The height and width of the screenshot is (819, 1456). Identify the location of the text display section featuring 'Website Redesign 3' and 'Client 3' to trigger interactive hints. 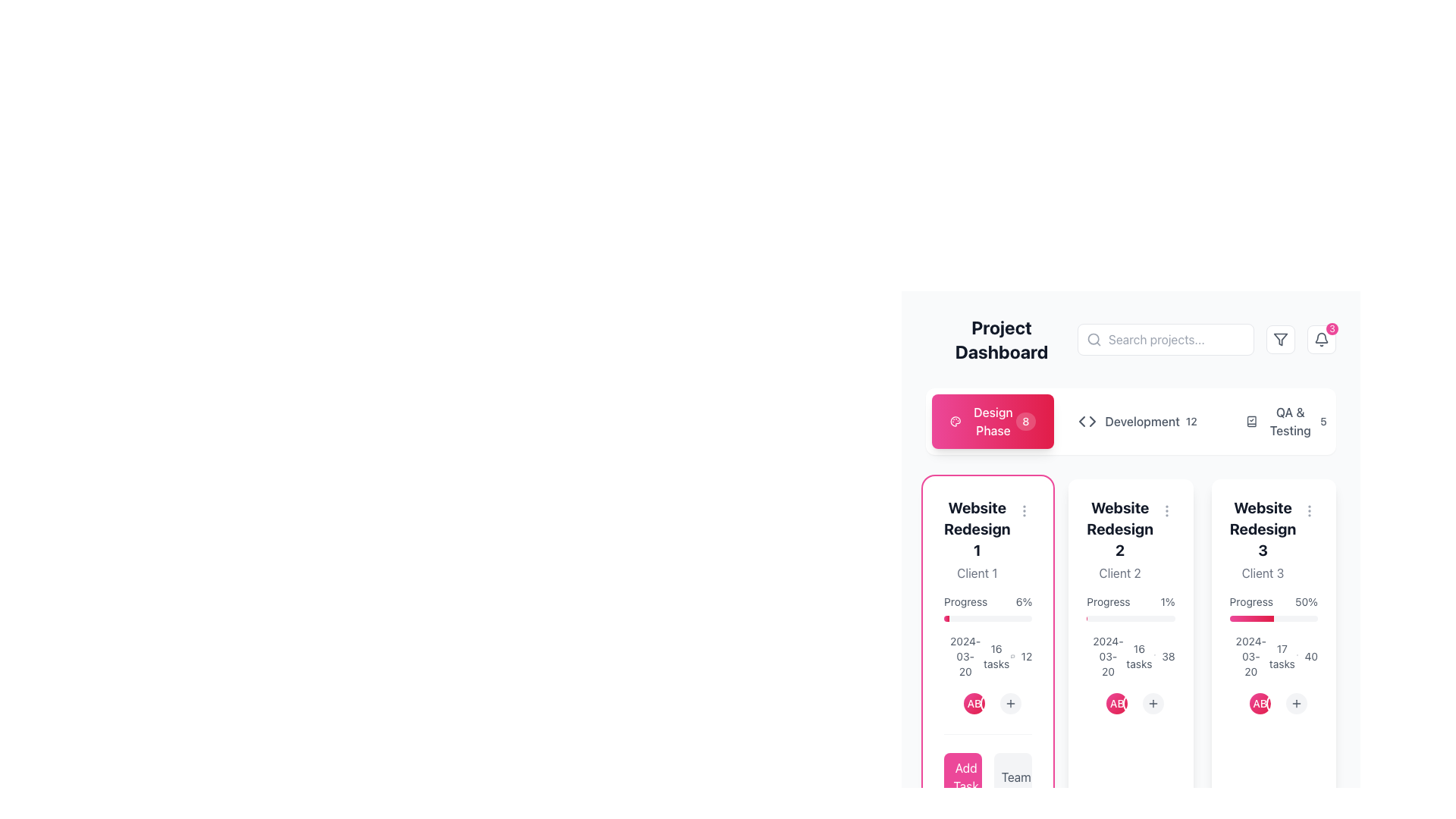
(1263, 539).